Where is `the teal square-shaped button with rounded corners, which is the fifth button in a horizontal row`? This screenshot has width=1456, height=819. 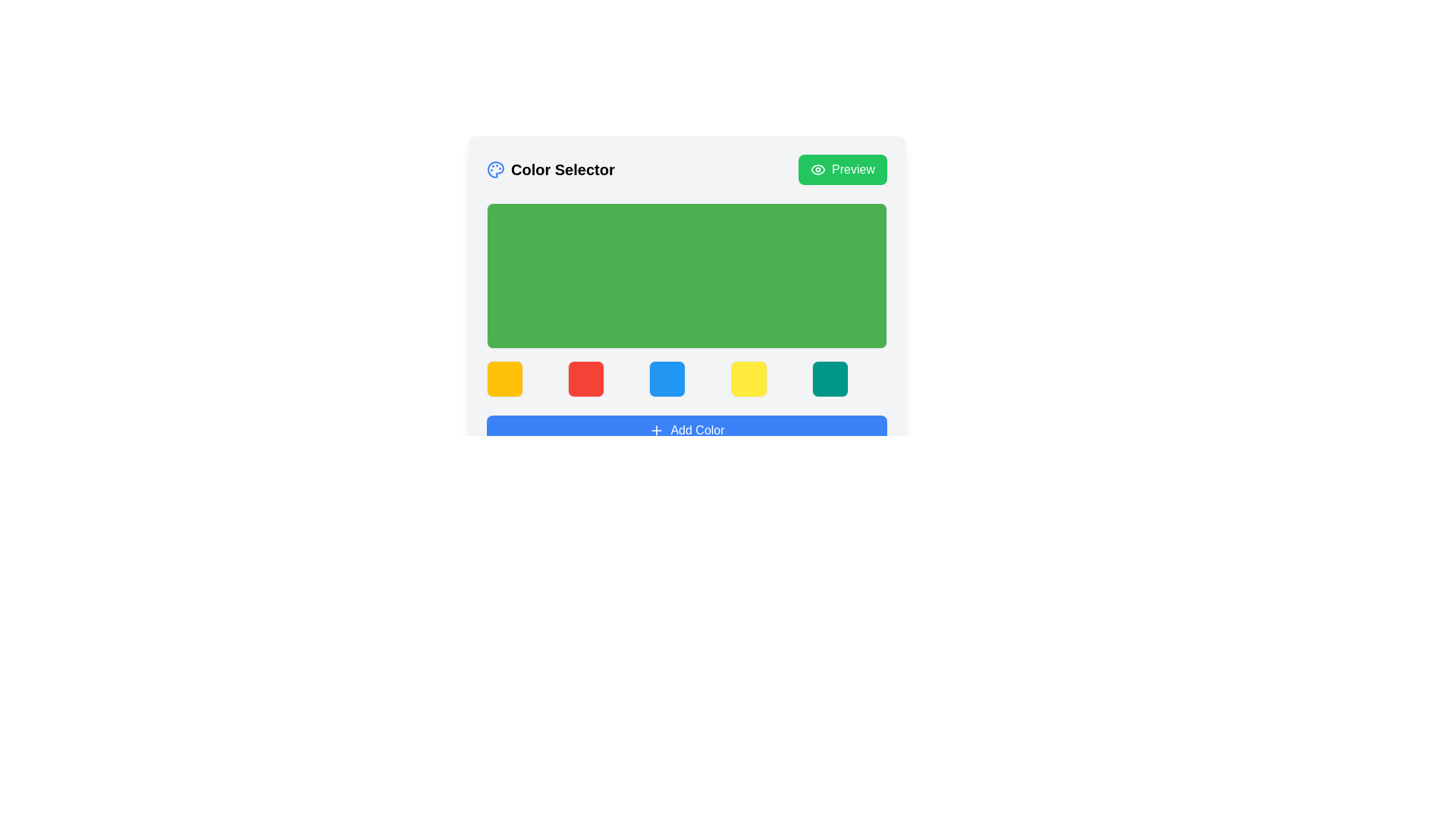
the teal square-shaped button with rounded corners, which is the fifth button in a horizontal row is located at coordinates (829, 378).